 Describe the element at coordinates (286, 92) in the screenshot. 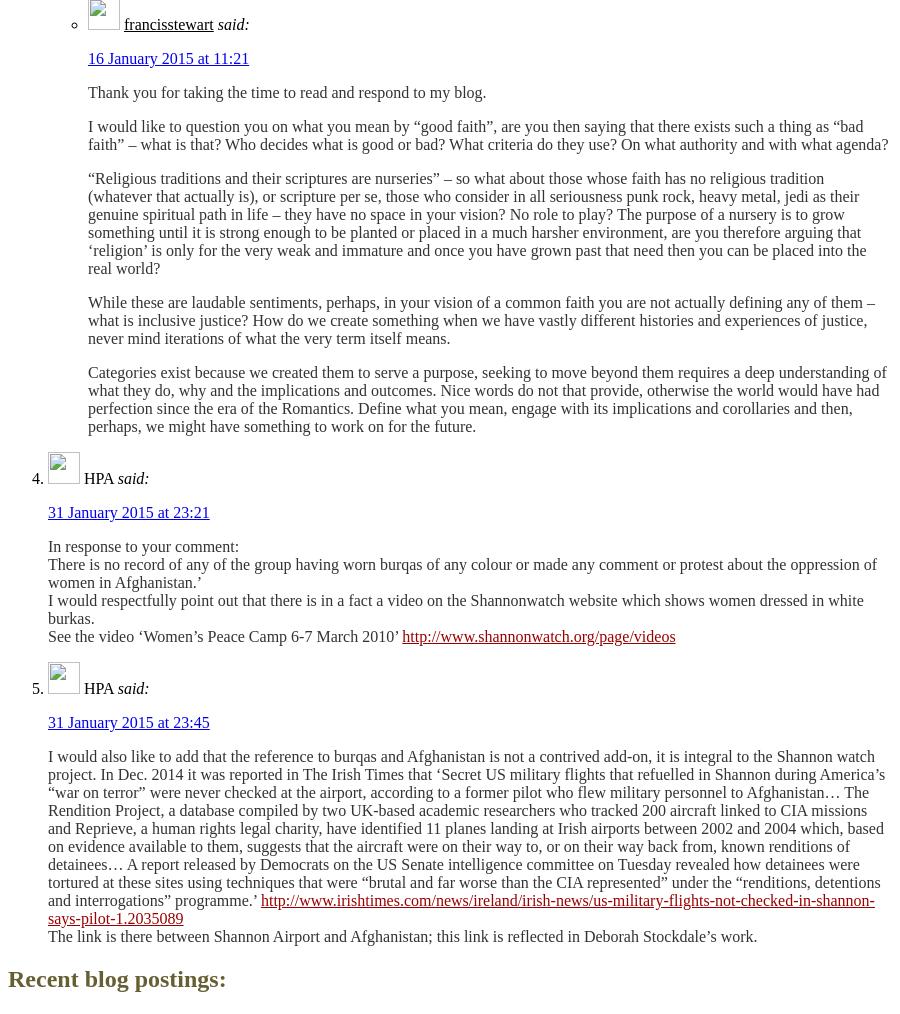

I see `'Thank you for taking the time to read and respond to my blog.'` at that location.